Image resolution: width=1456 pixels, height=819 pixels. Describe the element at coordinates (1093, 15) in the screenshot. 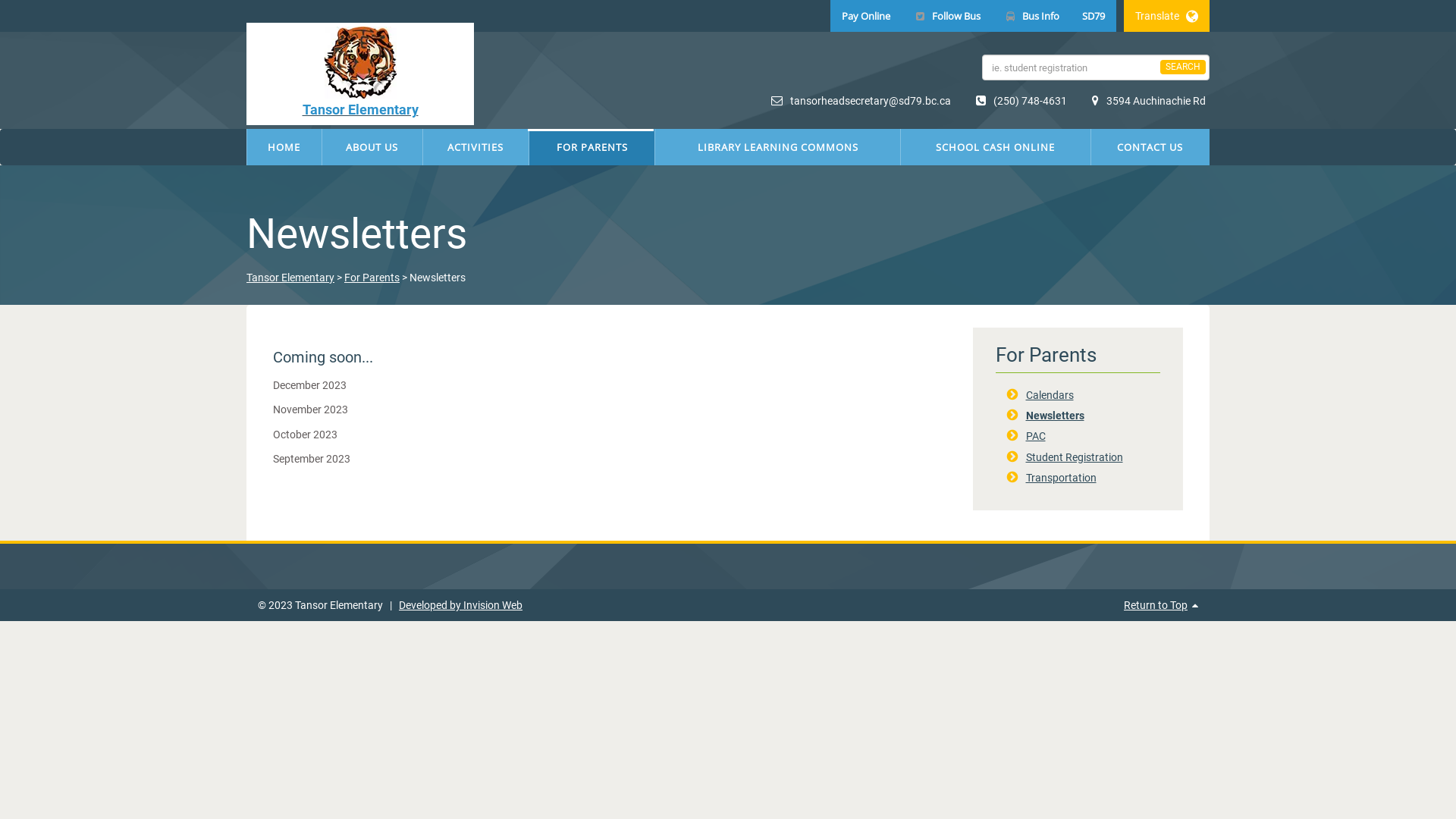

I see `'SD79'` at that location.